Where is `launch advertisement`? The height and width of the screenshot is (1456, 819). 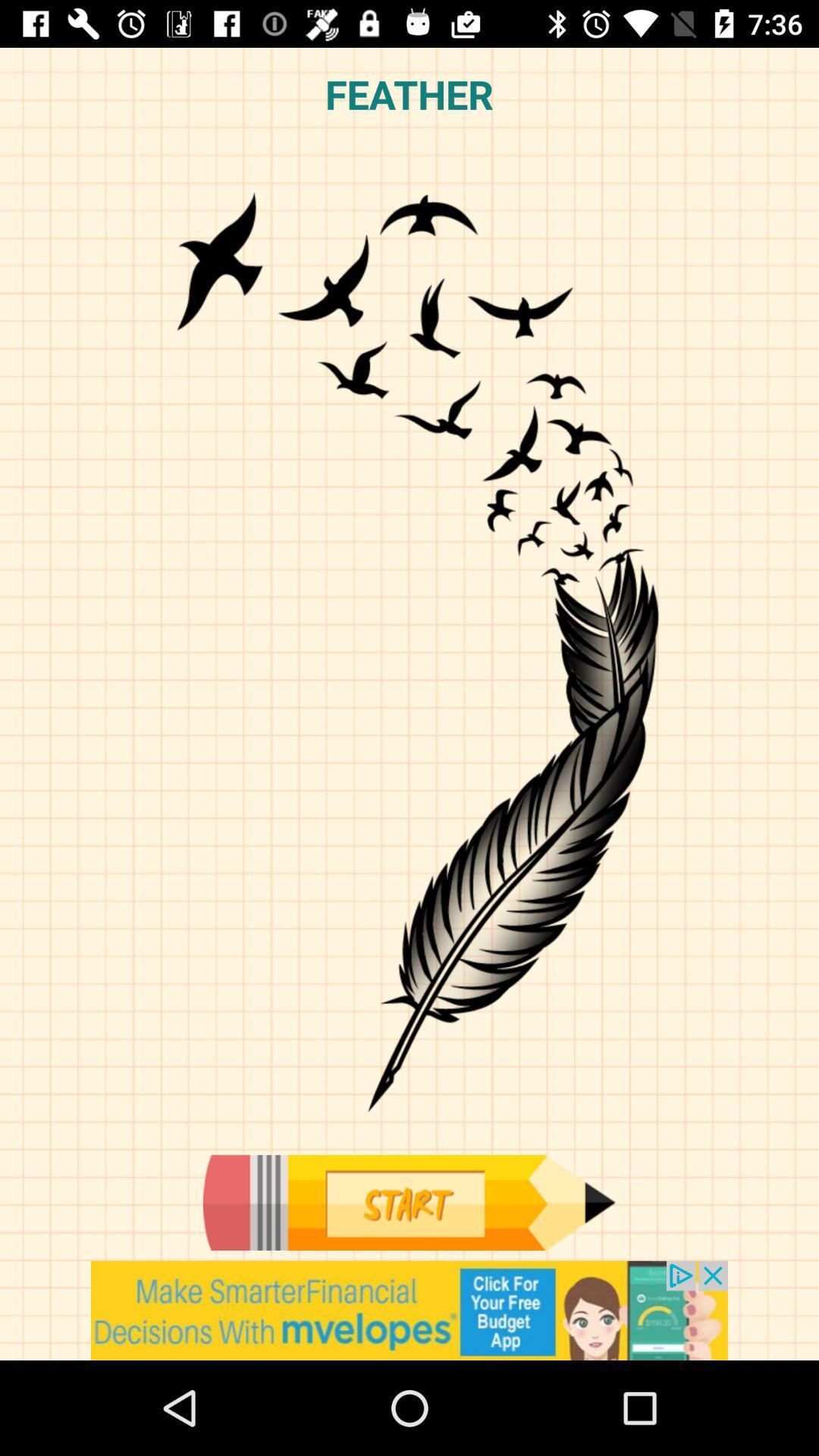 launch advertisement is located at coordinates (409, 1310).